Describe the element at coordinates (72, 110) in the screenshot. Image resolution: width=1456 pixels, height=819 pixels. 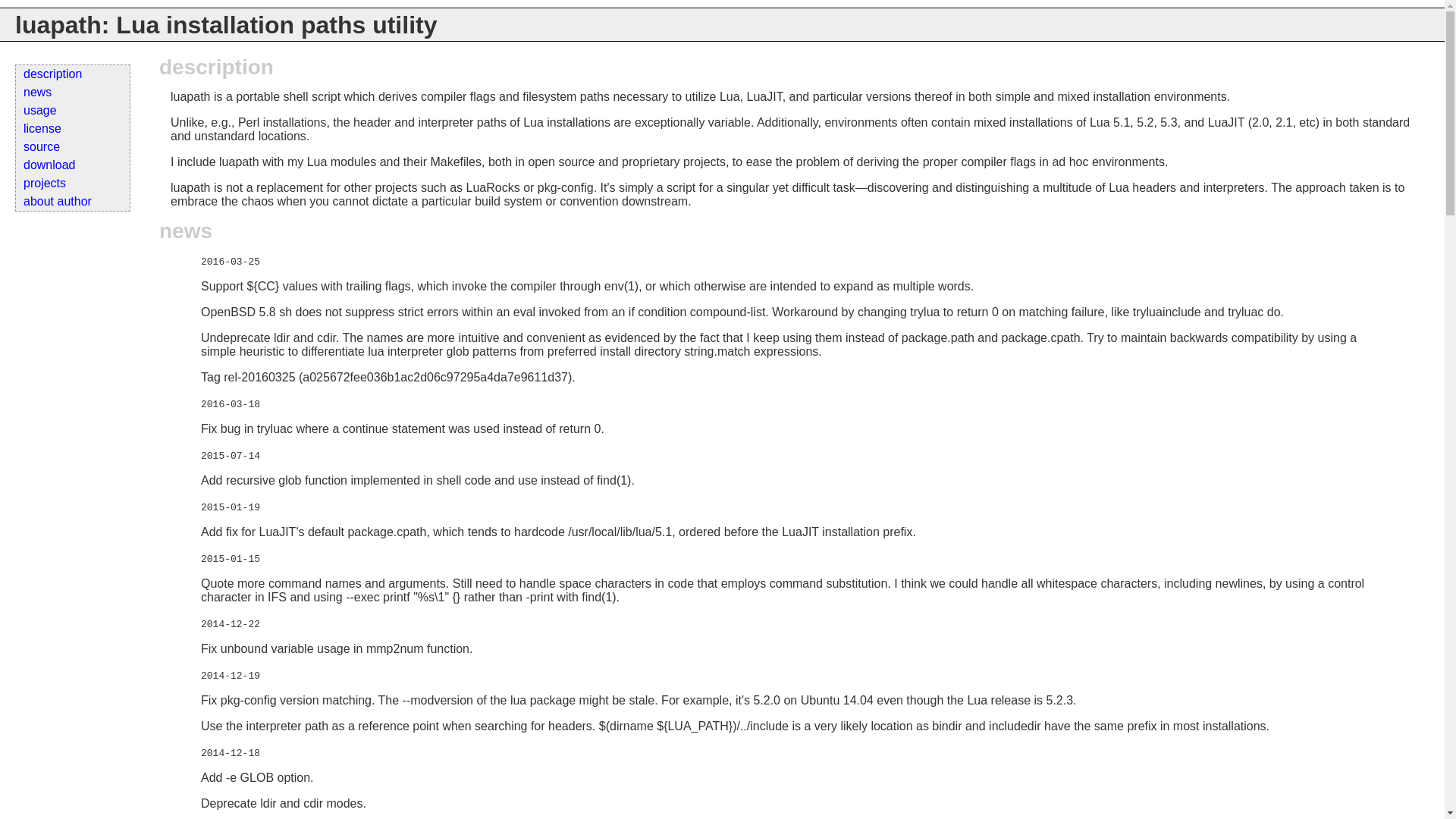
I see `'usage'` at that location.